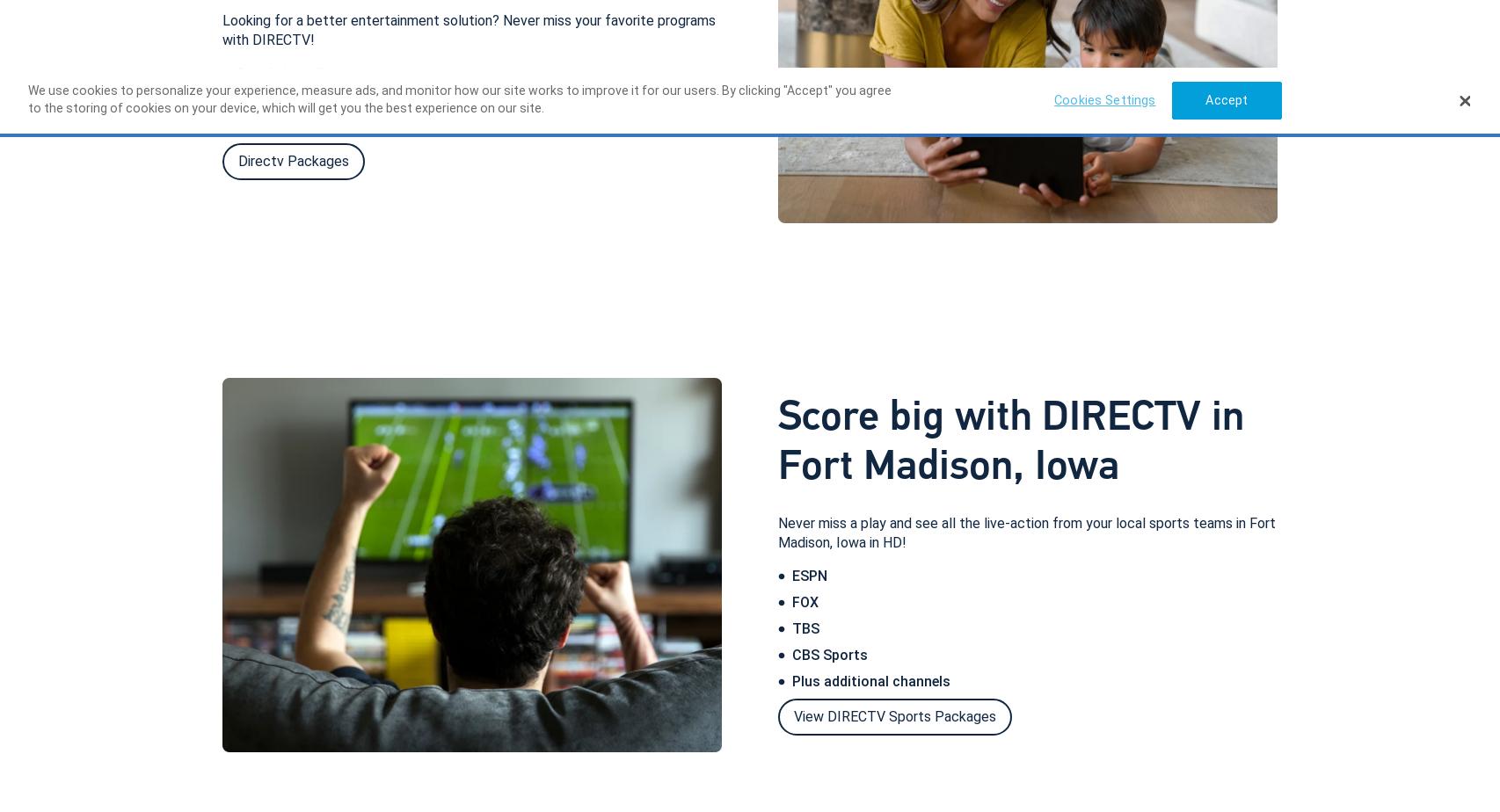  What do you see at coordinates (791, 170) in the screenshot?
I see `'Call'` at bounding box center [791, 170].